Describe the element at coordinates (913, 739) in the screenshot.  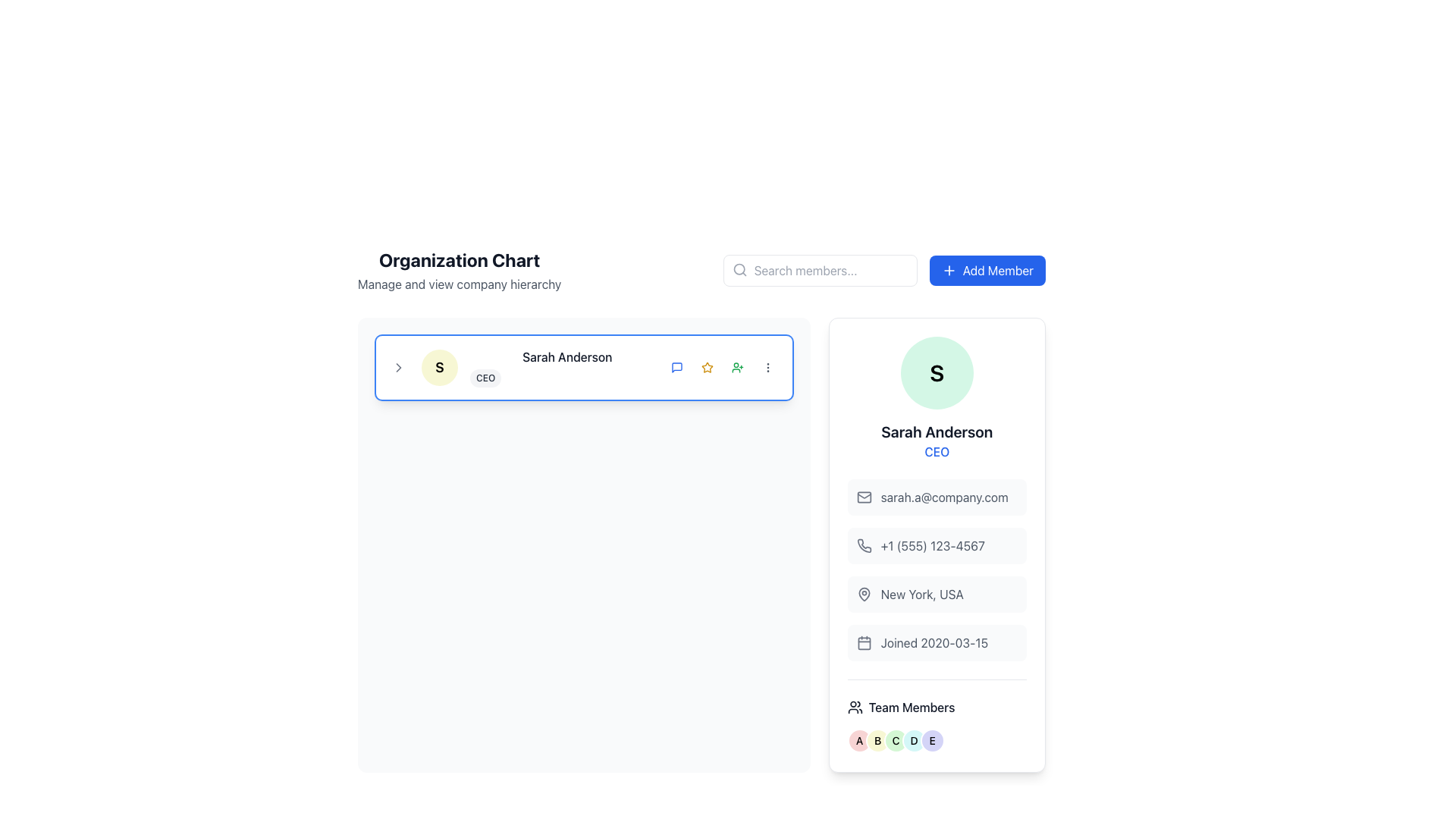
I see `the circular avatar representing team member 'D', which is the fourth avatar in the list under the 'Team Members' section` at that location.